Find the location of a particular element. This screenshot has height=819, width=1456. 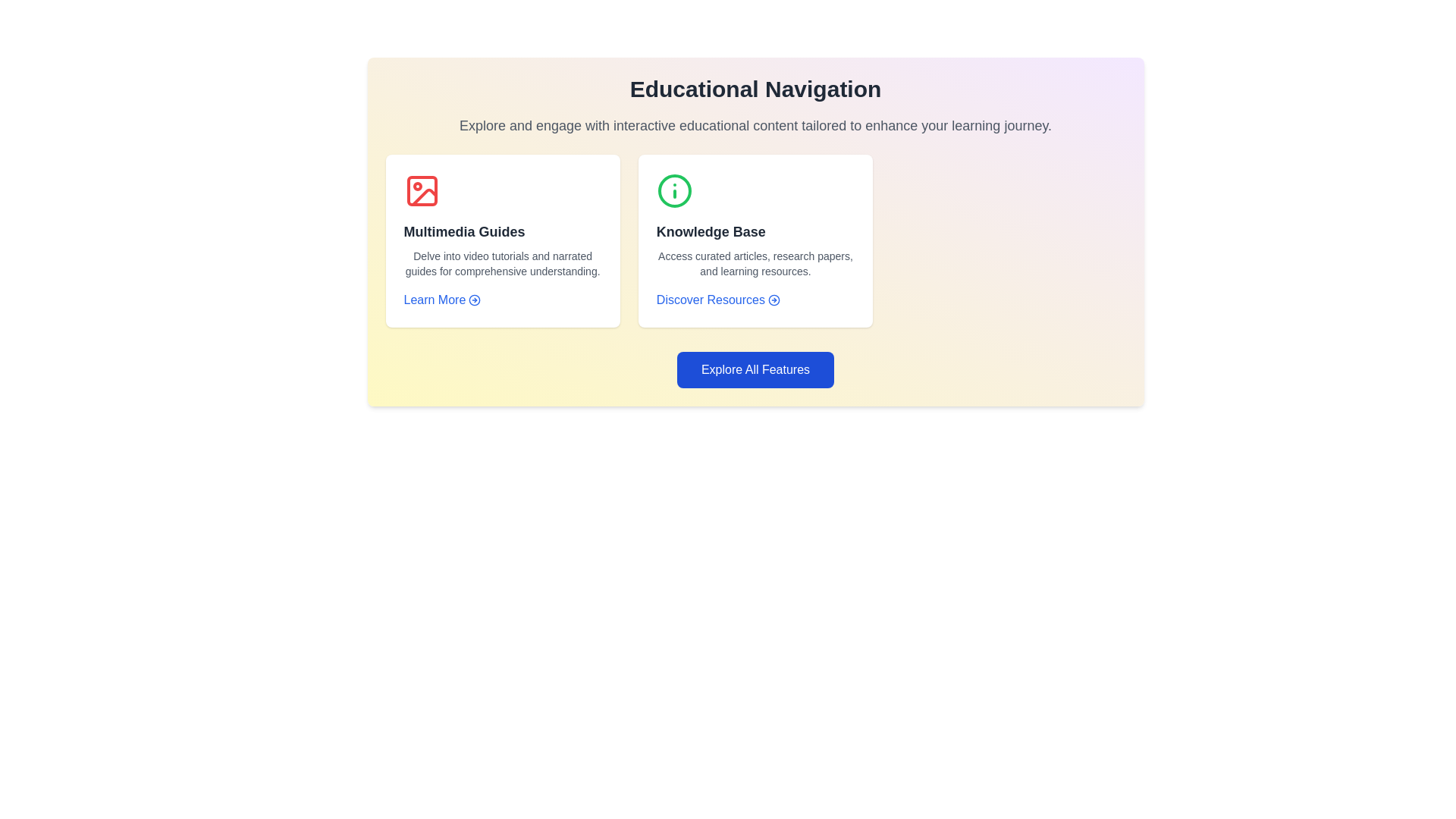

the 'Multimedia Guides' card by interacting with the primary image-related icon located at the top-left of the card is located at coordinates (422, 190).